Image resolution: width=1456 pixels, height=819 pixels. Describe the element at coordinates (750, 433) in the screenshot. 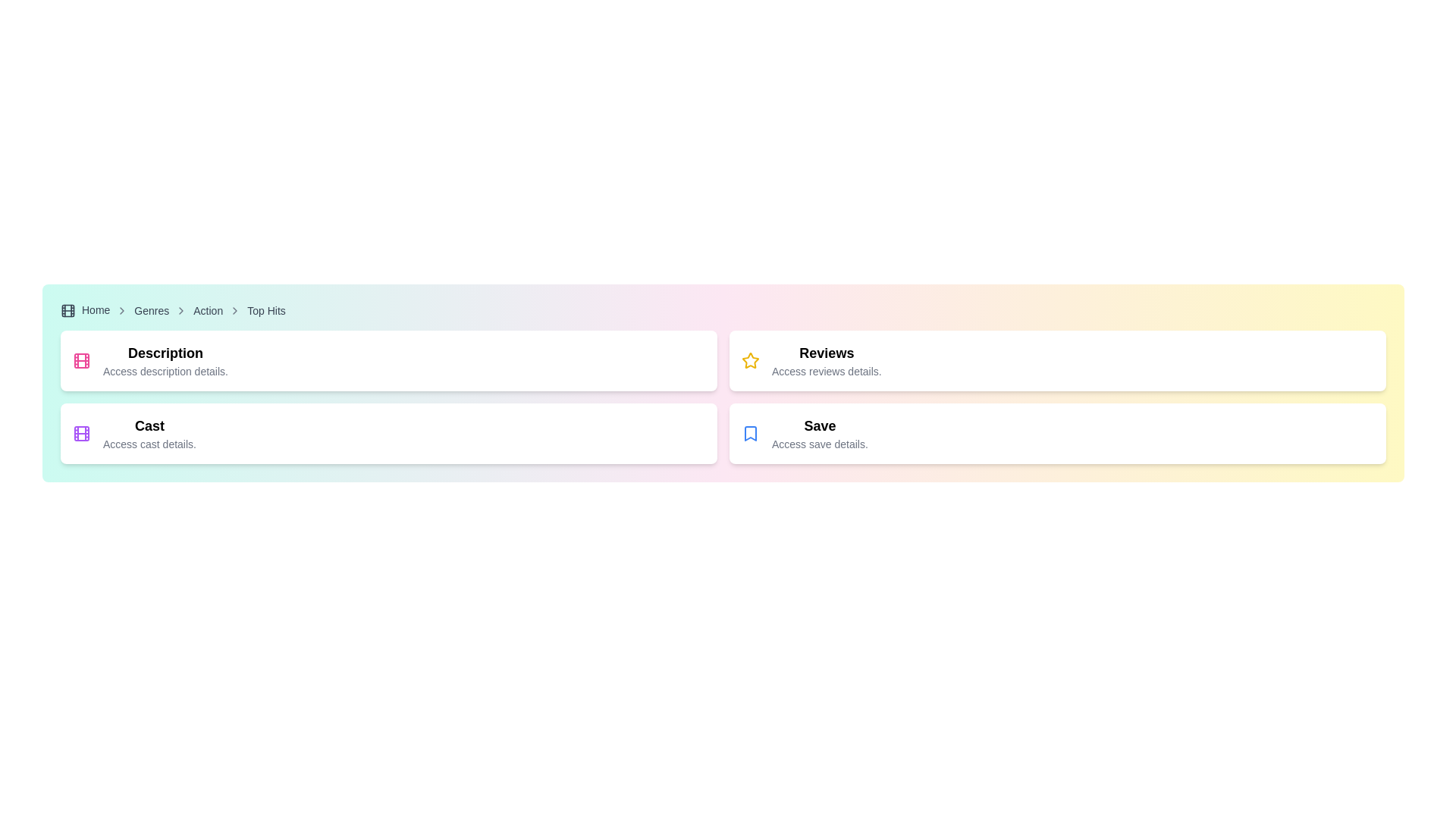

I see `the bookmark icon that represents the 'Save' action` at that location.